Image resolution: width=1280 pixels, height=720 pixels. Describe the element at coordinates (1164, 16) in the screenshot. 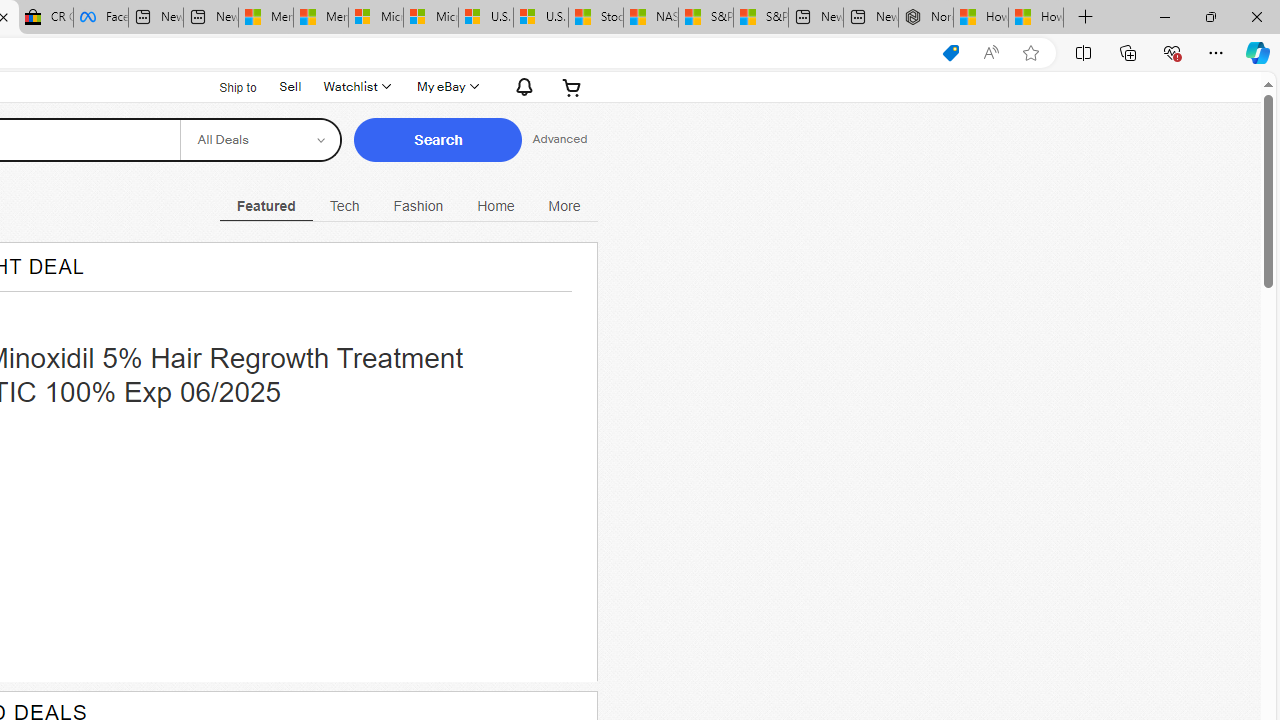

I see `'Minimize'` at that location.